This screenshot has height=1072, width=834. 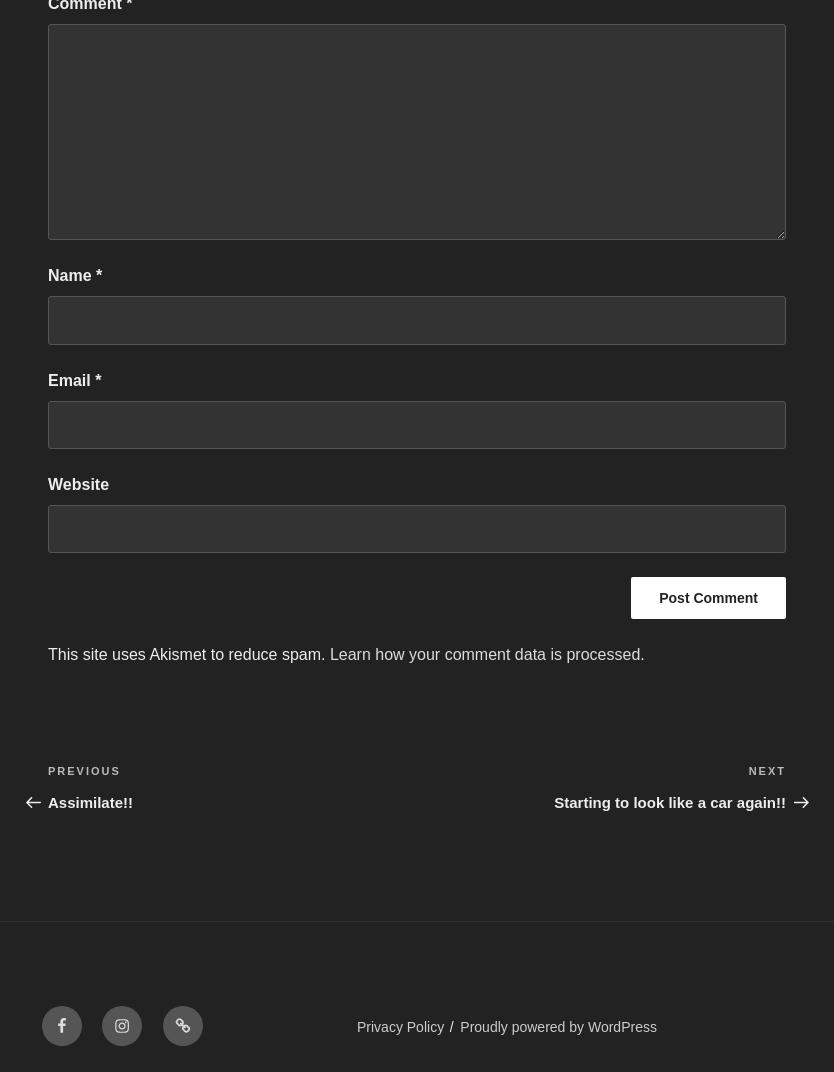 I want to click on 'Previous', so click(x=82, y=770).